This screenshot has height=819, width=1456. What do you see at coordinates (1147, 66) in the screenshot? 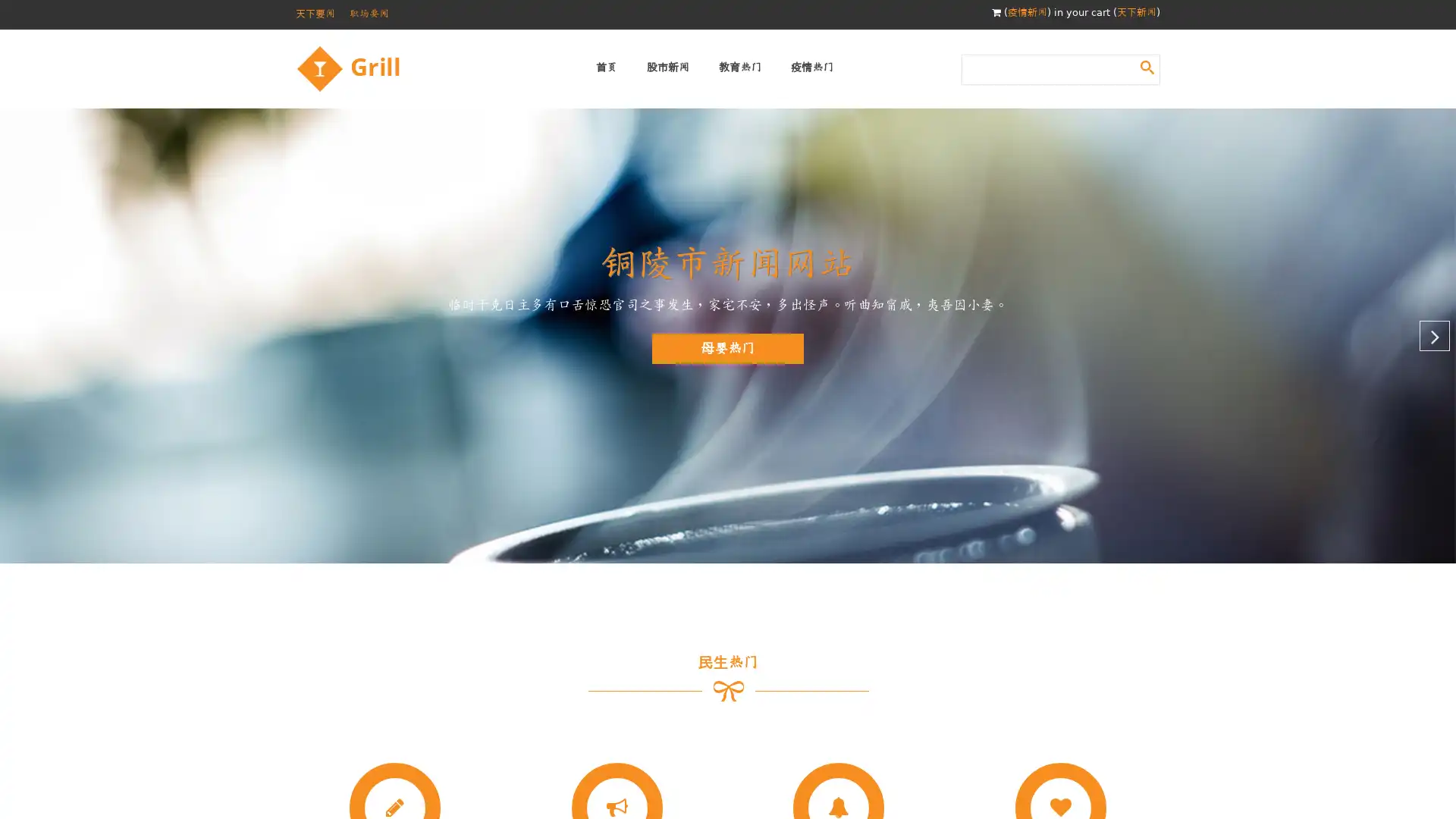
I see `Submit` at bounding box center [1147, 66].